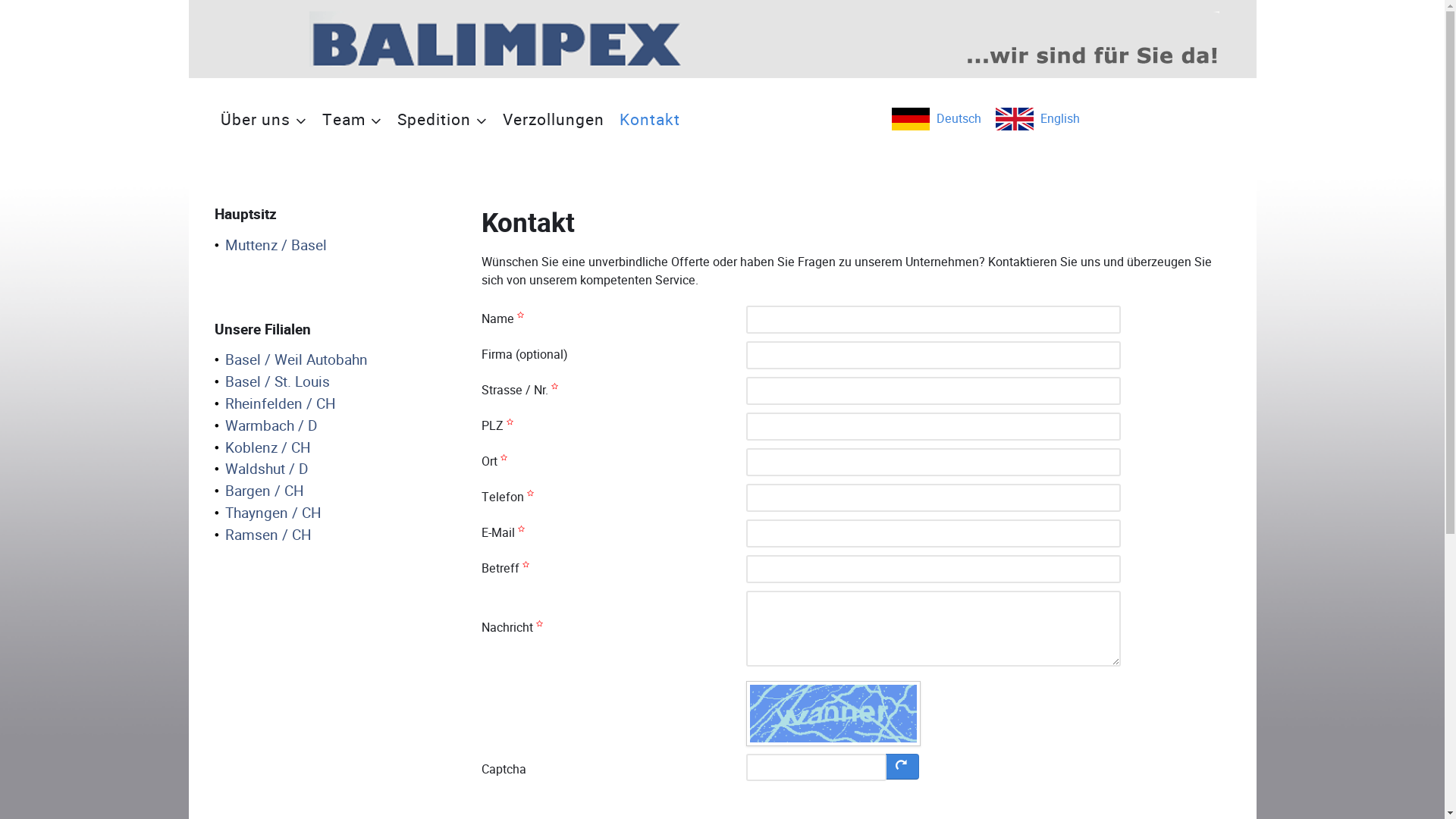 Image resolution: width=1456 pixels, height=819 pixels. I want to click on 'Deutsch', so click(935, 118).